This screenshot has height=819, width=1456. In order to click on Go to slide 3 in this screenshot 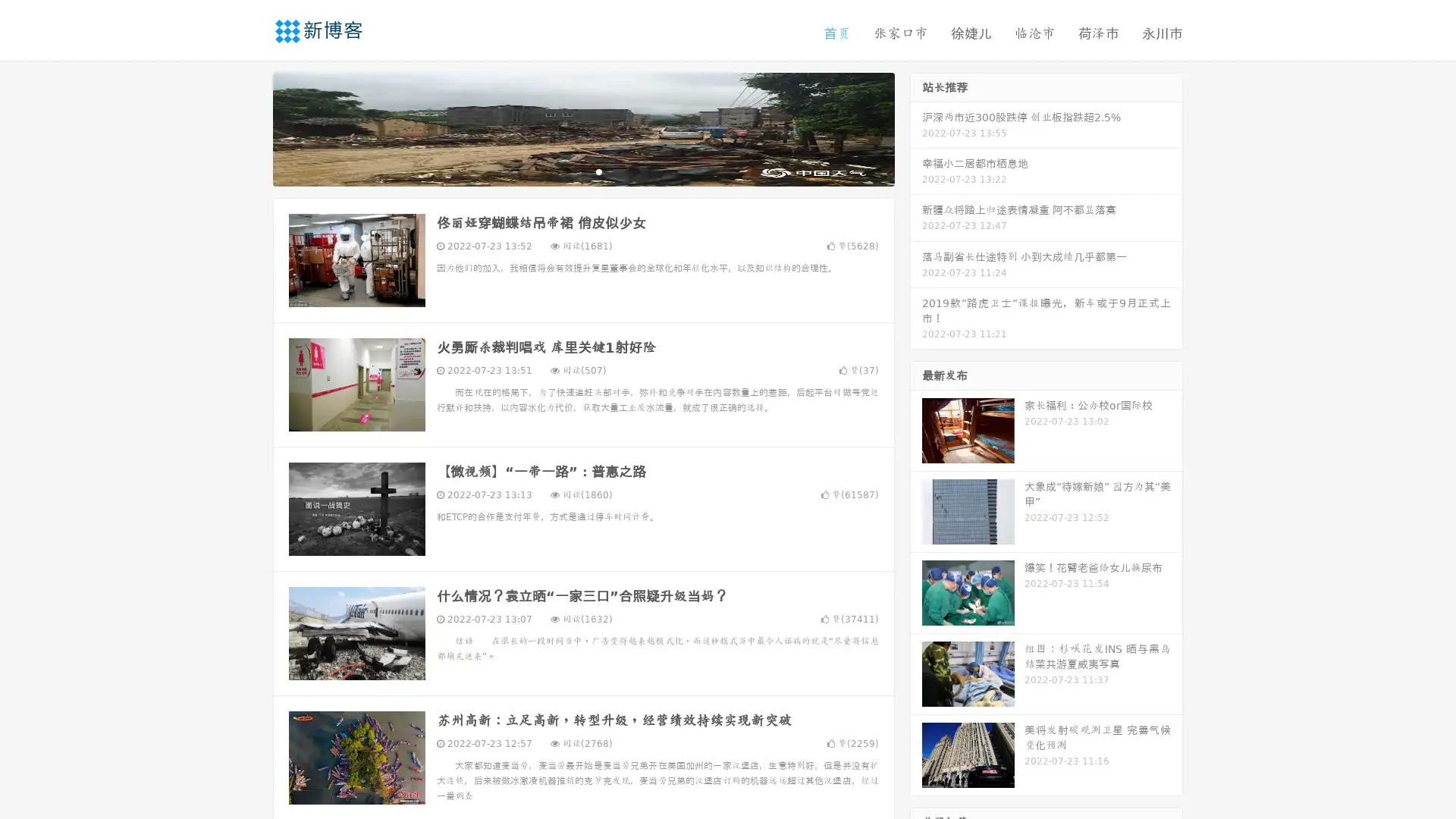, I will do `click(598, 171)`.